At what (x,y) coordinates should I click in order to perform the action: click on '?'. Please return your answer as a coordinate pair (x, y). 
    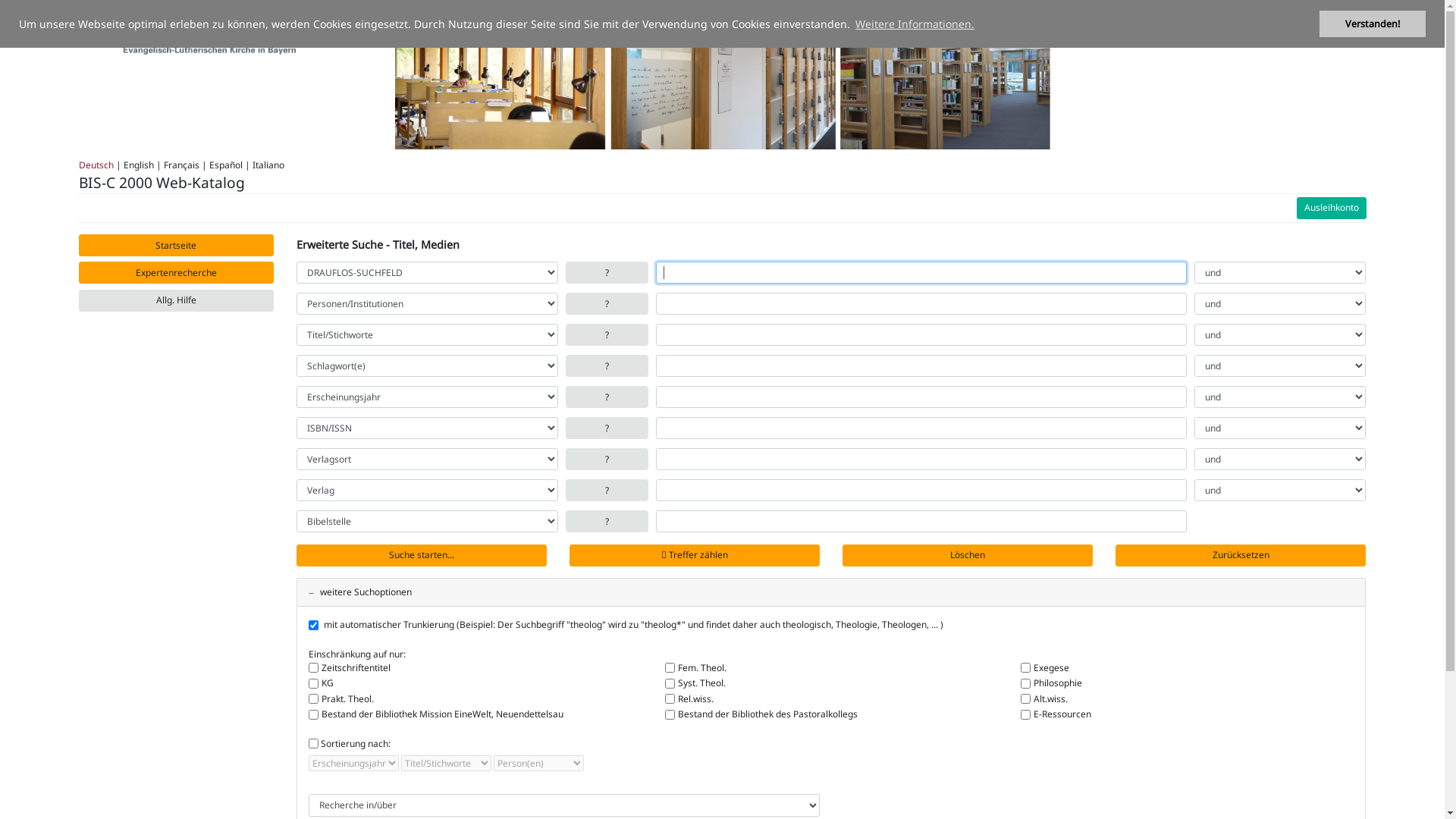
    Looking at the image, I should click on (607, 490).